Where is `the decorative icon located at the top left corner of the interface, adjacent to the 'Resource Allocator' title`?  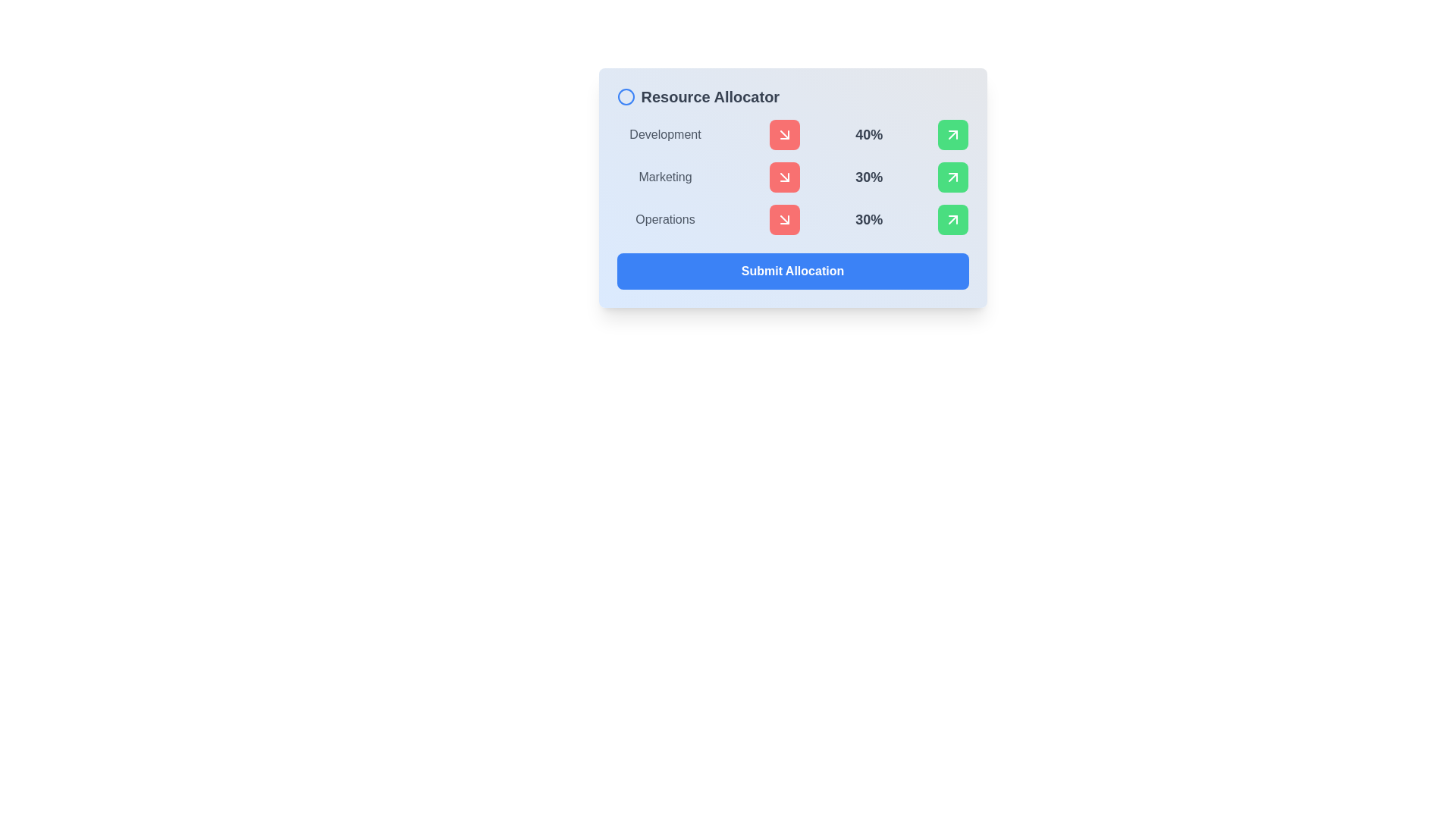
the decorative icon located at the top left corner of the interface, adjacent to the 'Resource Allocator' title is located at coordinates (626, 96).